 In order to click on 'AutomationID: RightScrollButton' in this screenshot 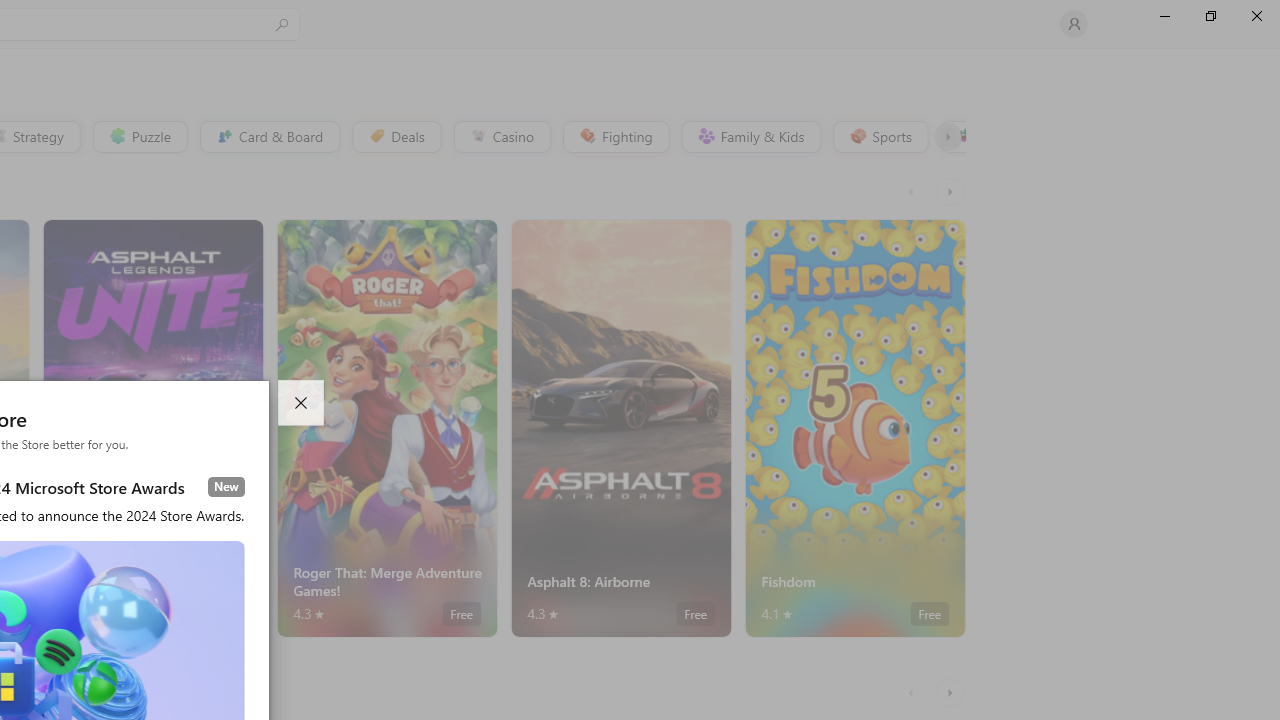, I will do `click(951, 692)`.